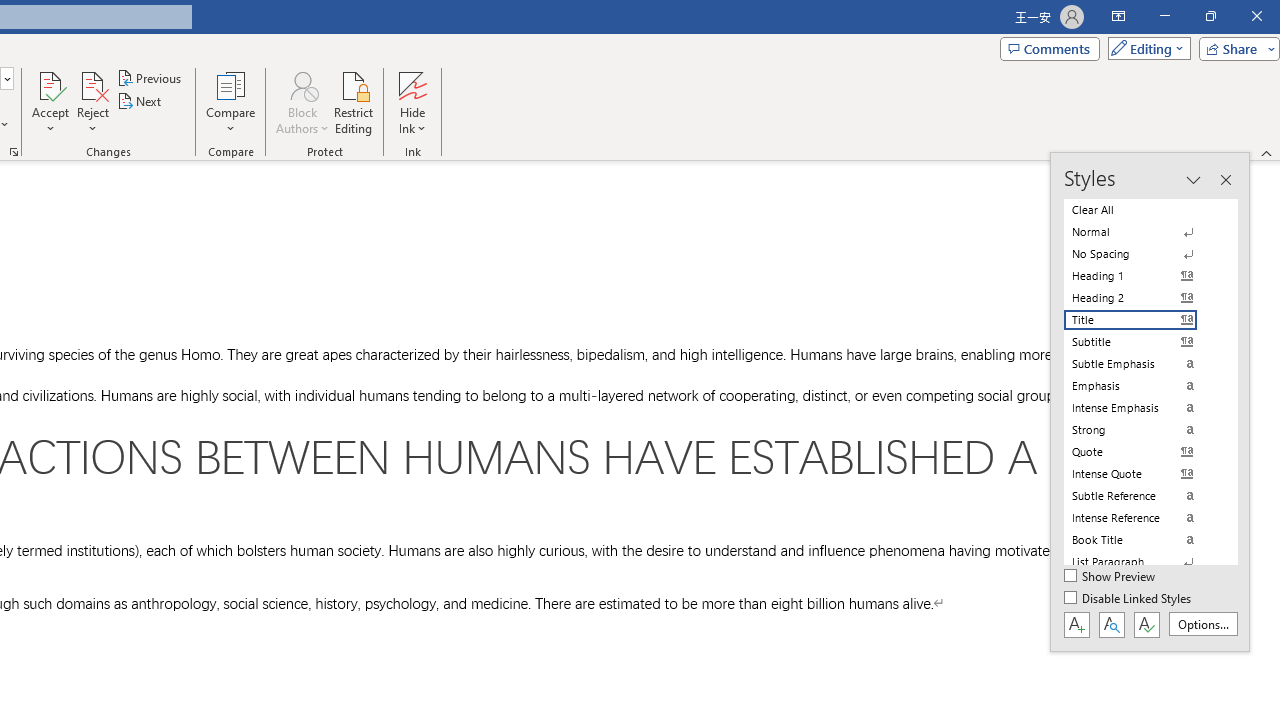  What do you see at coordinates (150, 77) in the screenshot?
I see `'Previous'` at bounding box center [150, 77].